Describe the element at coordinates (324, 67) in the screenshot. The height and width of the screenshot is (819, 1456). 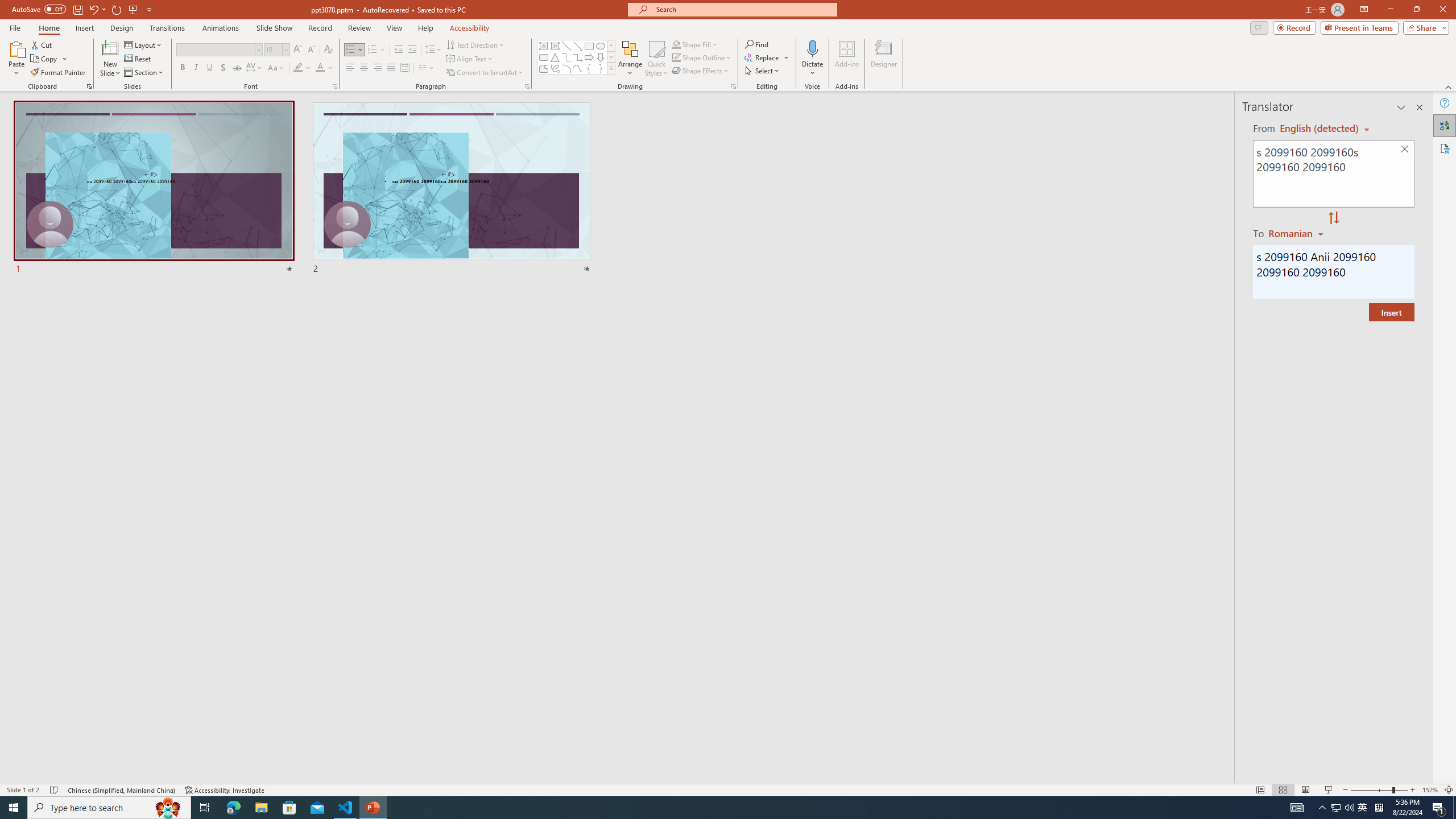
I see `'Font Color'` at that location.